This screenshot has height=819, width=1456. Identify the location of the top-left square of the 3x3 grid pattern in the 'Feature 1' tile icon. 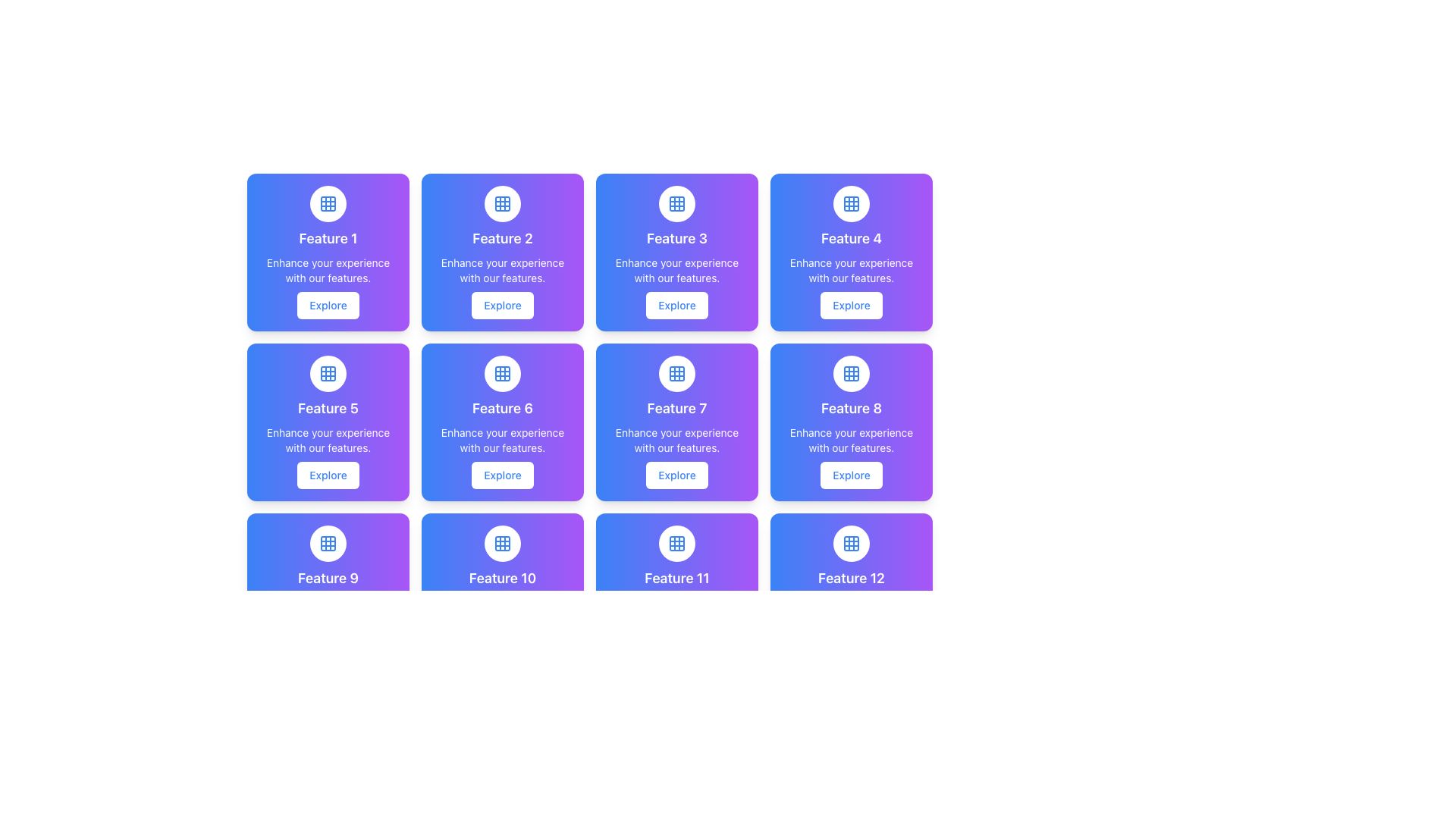
(327, 203).